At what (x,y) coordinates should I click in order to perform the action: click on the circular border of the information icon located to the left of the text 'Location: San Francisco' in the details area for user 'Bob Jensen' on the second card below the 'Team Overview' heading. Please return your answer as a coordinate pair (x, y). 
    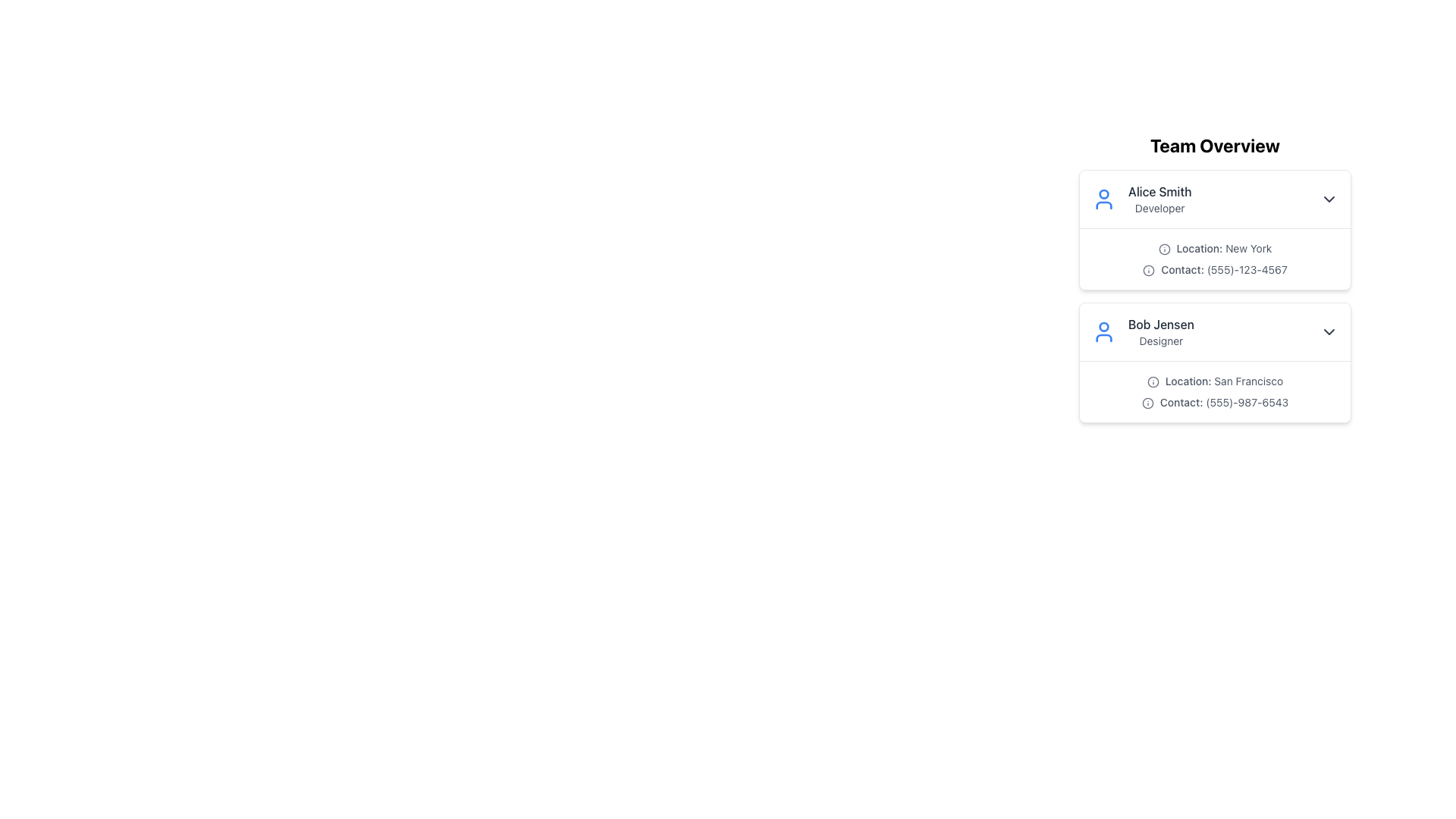
    Looking at the image, I should click on (1153, 381).